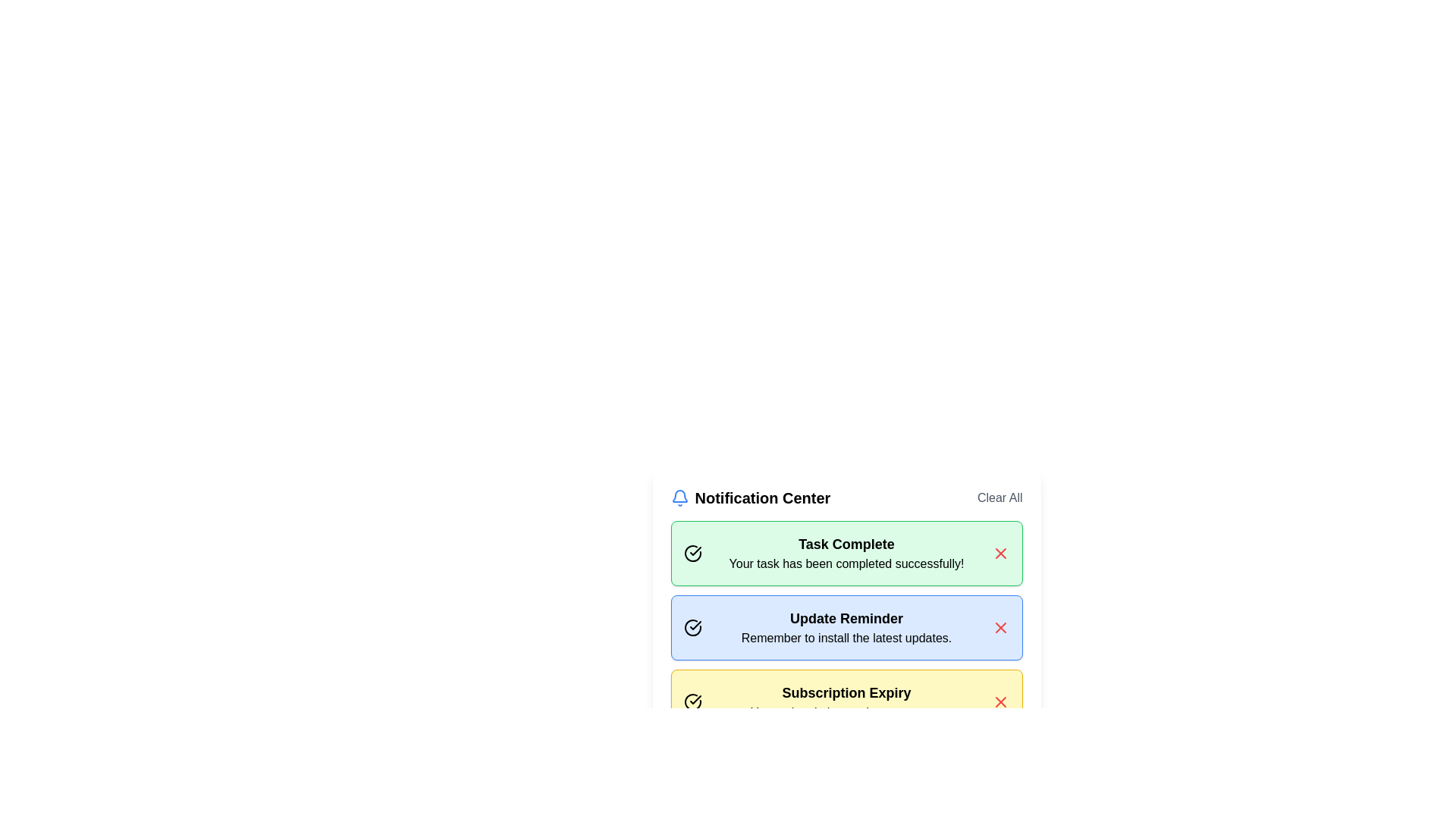 The width and height of the screenshot is (1456, 819). I want to click on the circular icon featuring a checkmark, which serves as a confirmation indicator in the 'Subscription Expiry' notification entry in the Notification Center, so click(692, 701).